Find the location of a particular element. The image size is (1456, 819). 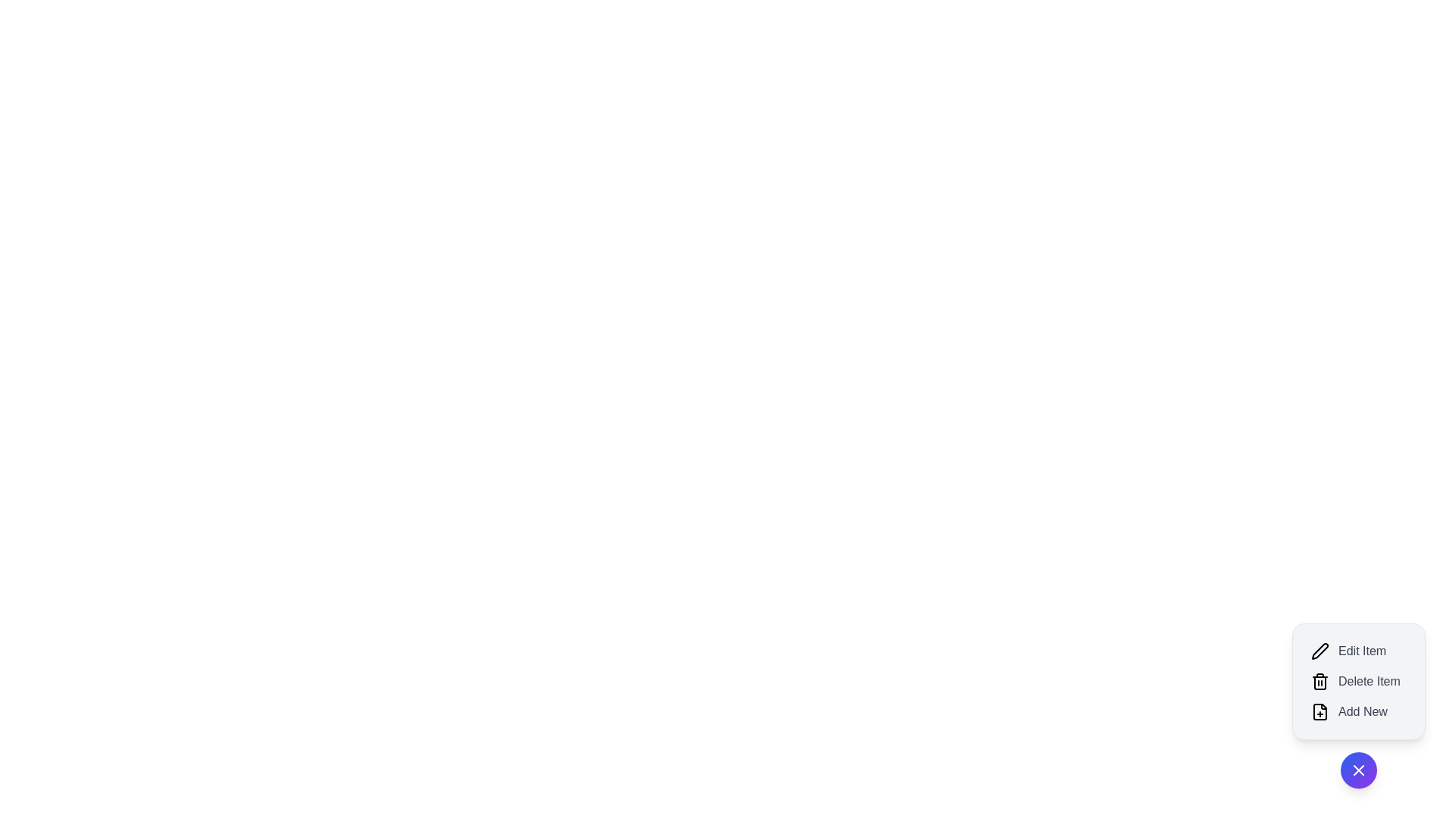

the toggle button to toggle the speed dial menu is located at coordinates (1358, 770).